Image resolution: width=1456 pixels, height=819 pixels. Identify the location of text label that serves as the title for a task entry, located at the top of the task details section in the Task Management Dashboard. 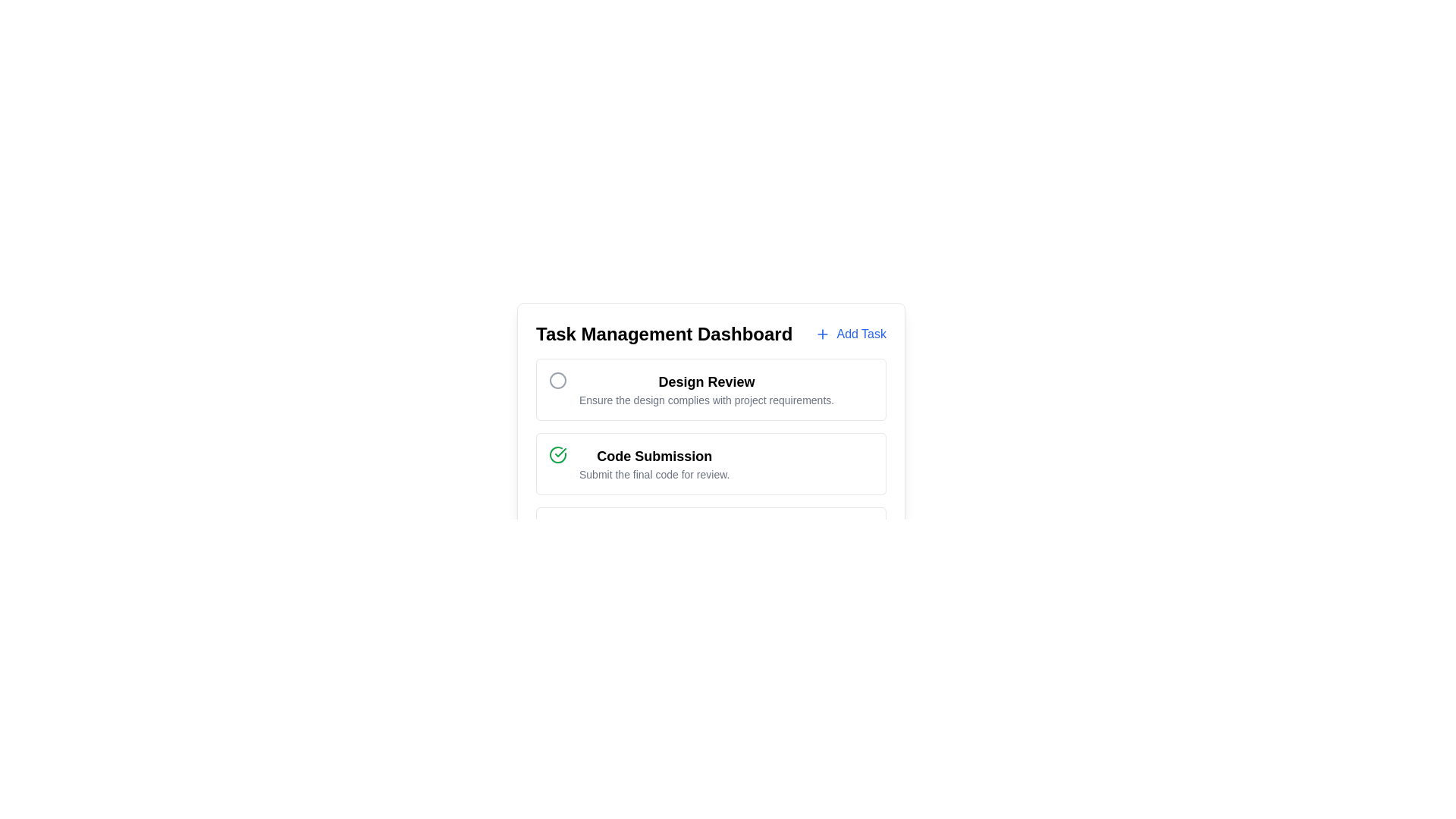
(706, 381).